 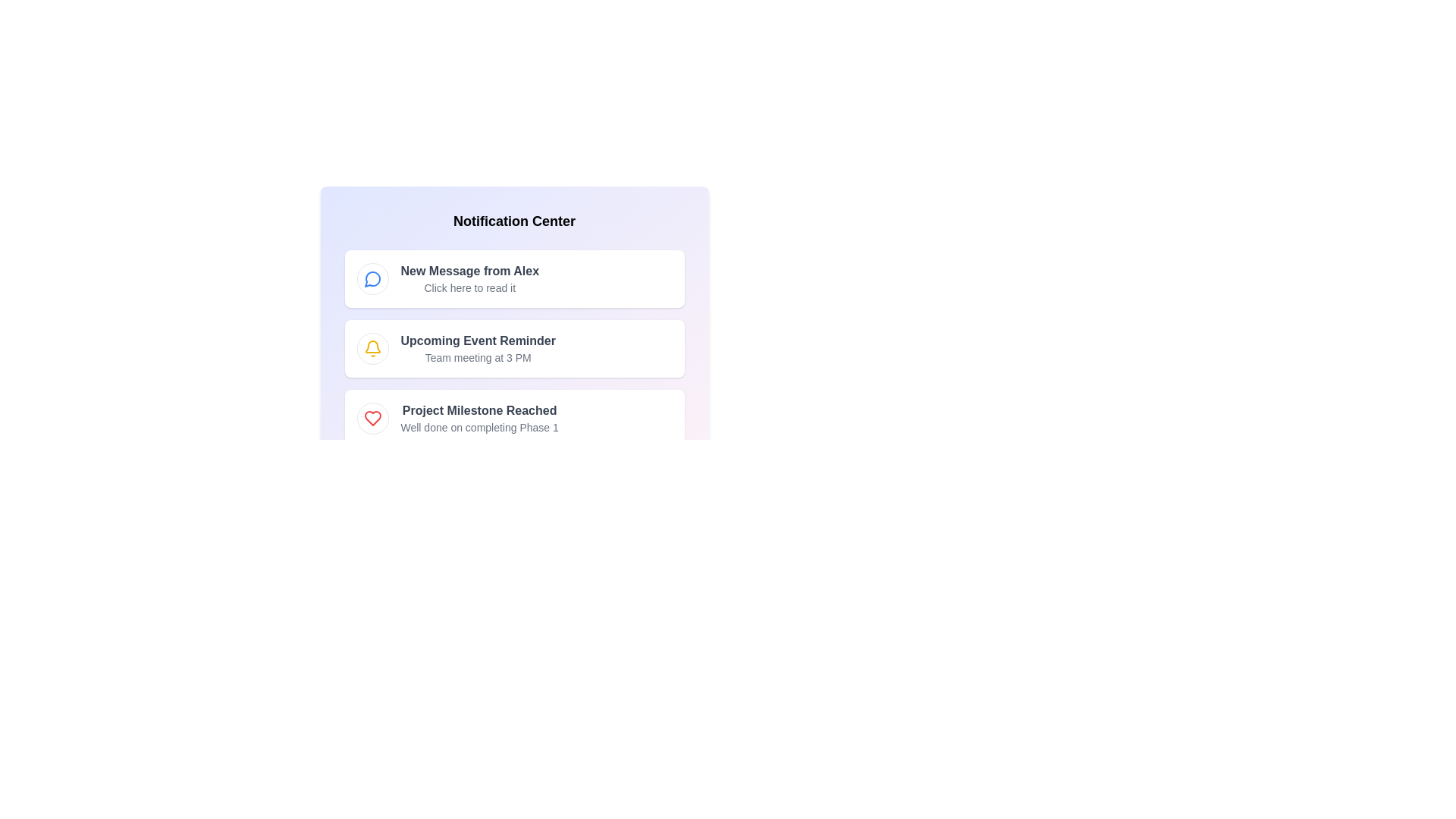 What do you see at coordinates (372, 348) in the screenshot?
I see `the notification icon for Alert` at bounding box center [372, 348].